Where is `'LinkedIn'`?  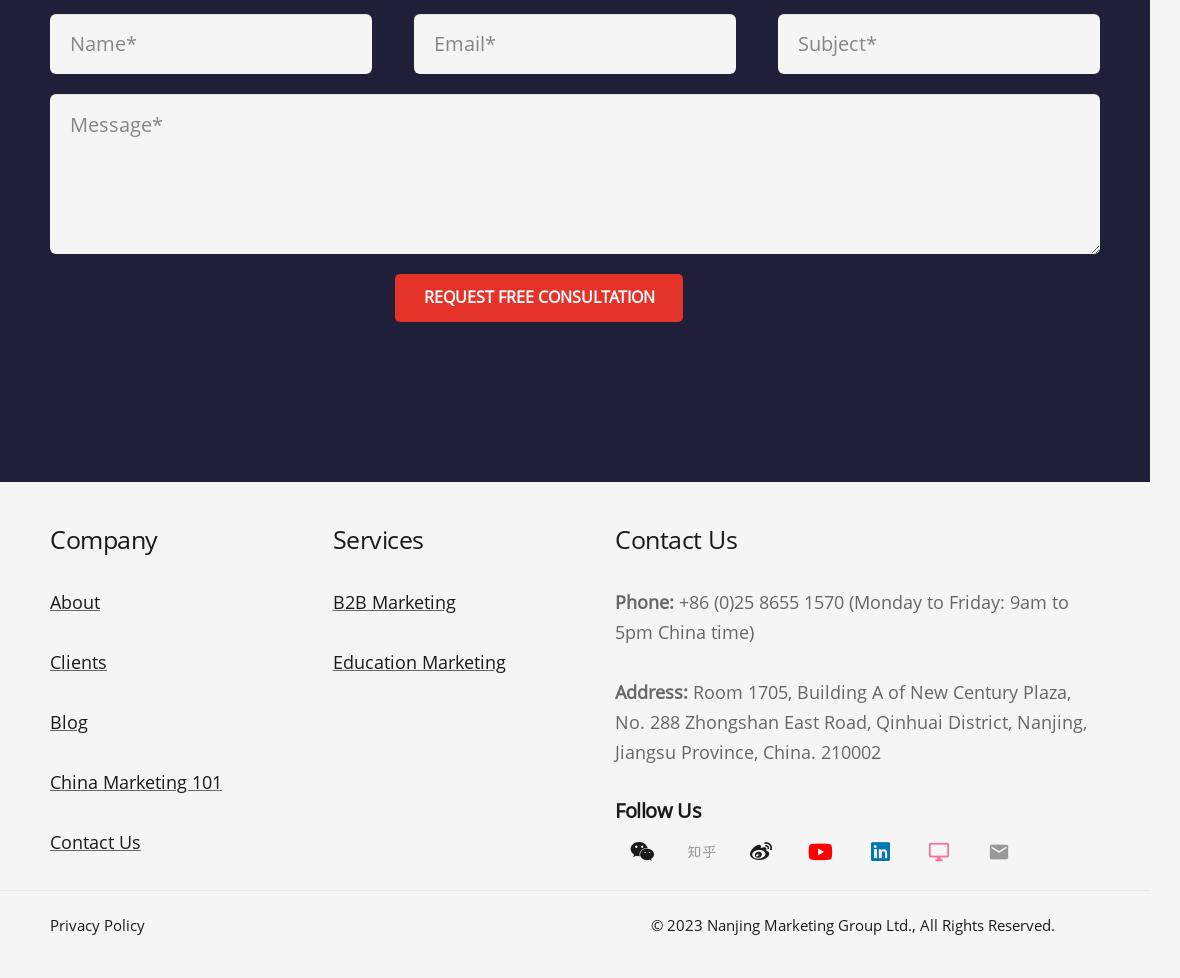 'LinkedIn' is located at coordinates (879, 772).